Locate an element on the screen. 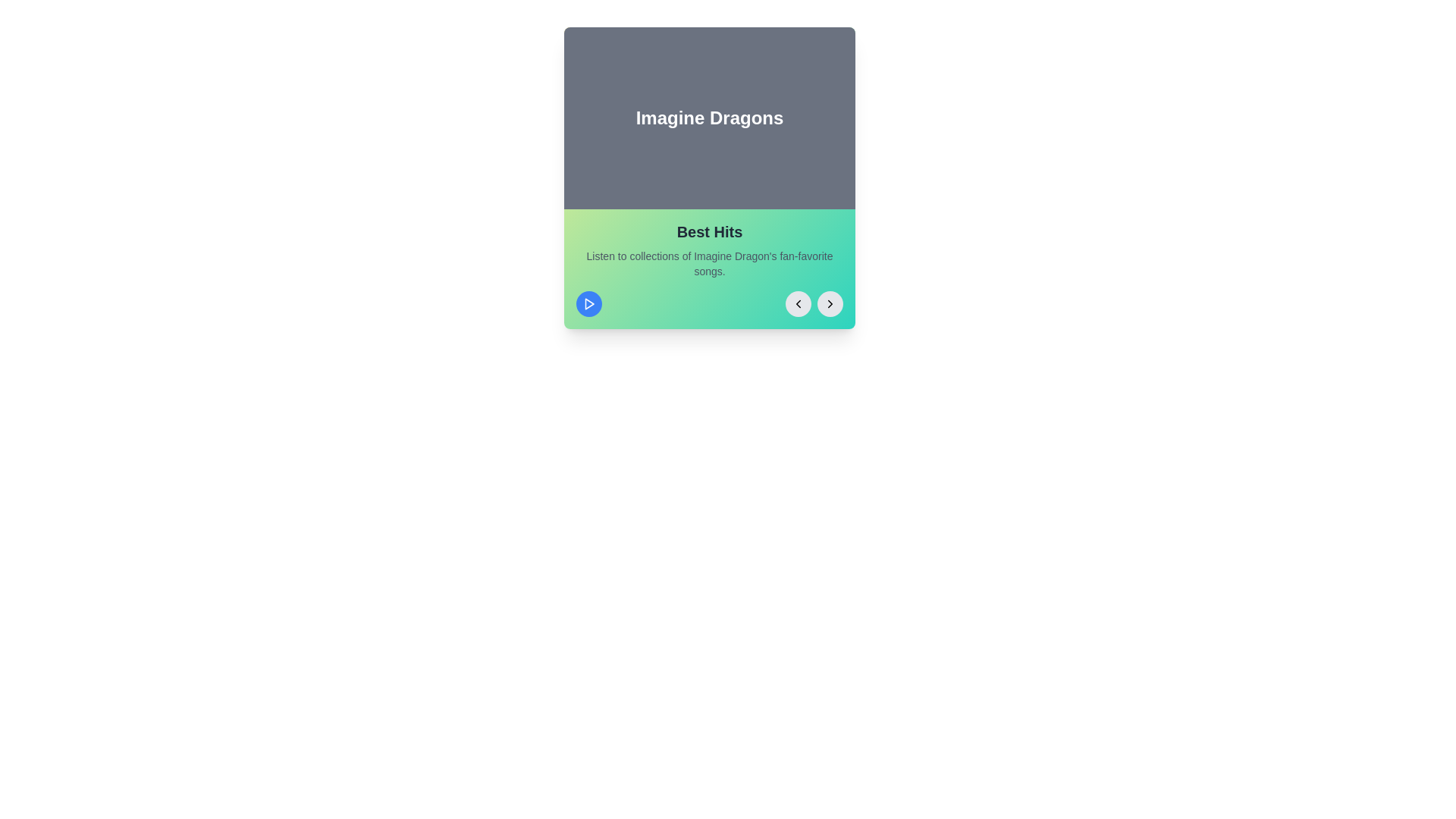 The height and width of the screenshot is (819, 1456). the Header Content displaying 'Imagine Dragons' in bold white font on a gray background, located at the top of the card layout is located at coordinates (709, 117).